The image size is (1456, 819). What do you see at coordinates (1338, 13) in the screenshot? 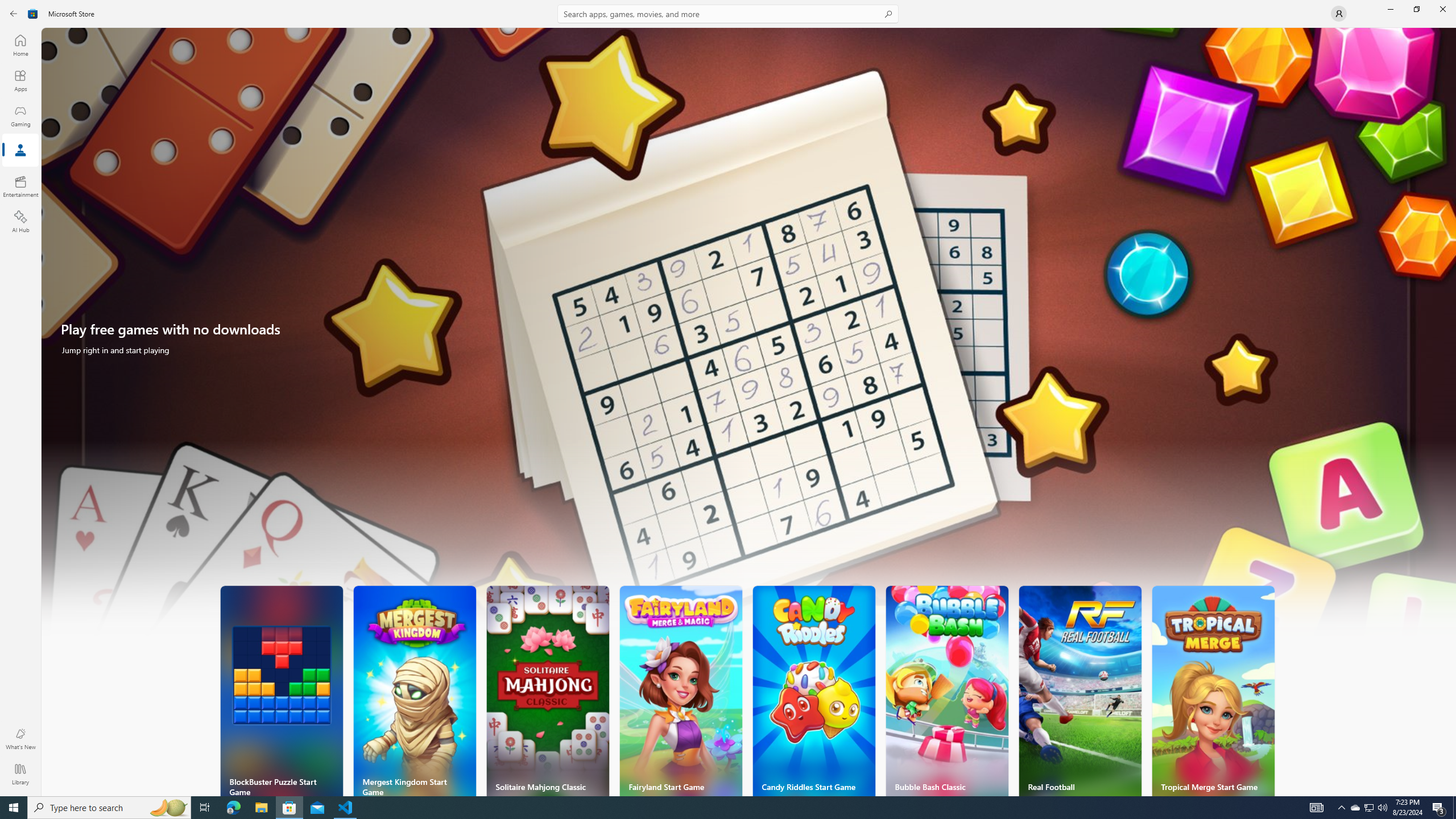
I see `'User profile'` at bounding box center [1338, 13].